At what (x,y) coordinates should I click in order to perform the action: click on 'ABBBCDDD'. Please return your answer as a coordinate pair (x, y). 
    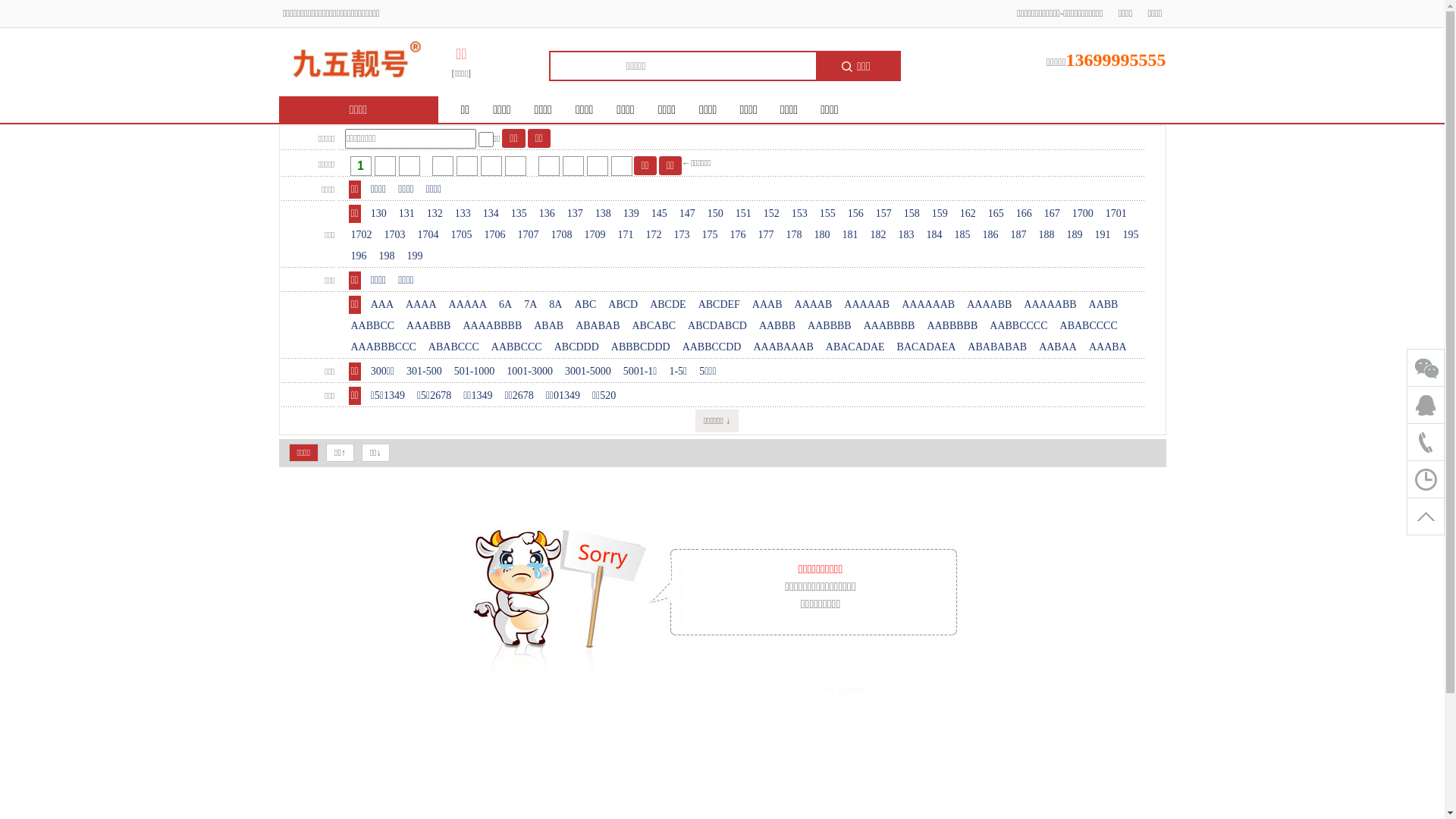
    Looking at the image, I should click on (640, 347).